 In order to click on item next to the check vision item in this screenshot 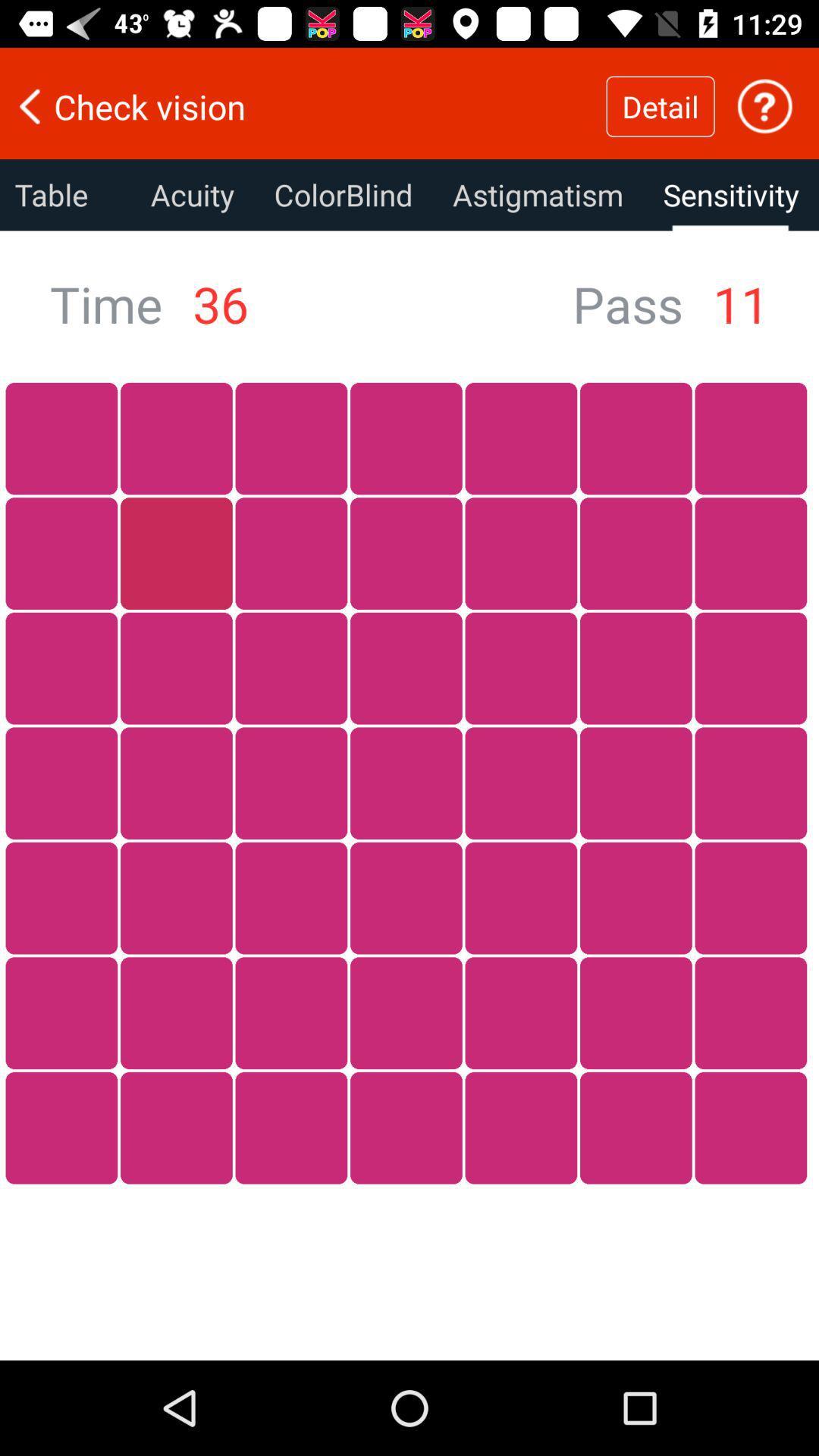, I will do `click(660, 105)`.